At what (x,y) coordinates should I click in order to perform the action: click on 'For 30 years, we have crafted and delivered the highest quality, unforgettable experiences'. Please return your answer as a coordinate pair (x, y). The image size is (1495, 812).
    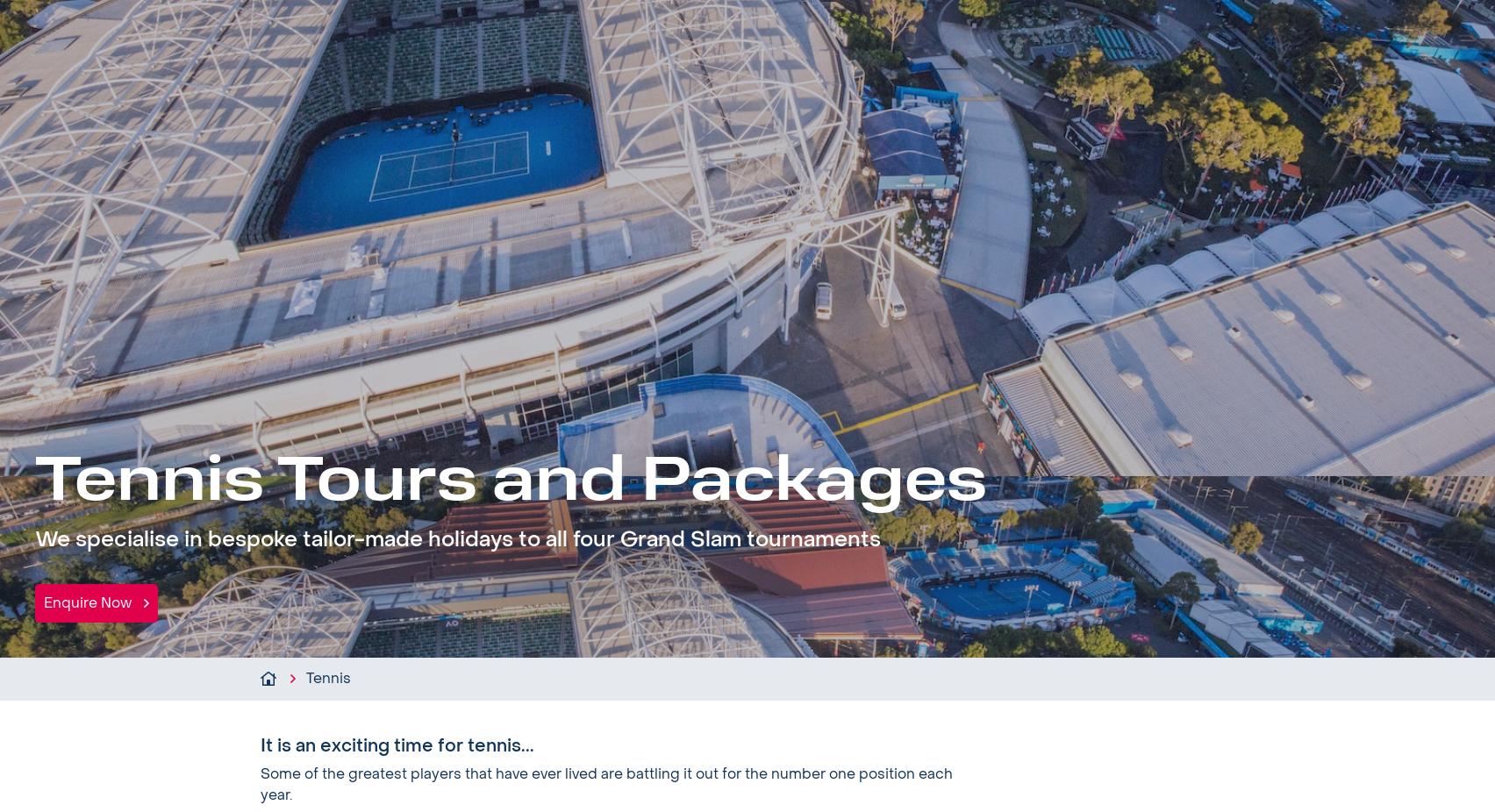
    Looking at the image, I should click on (1111, 296).